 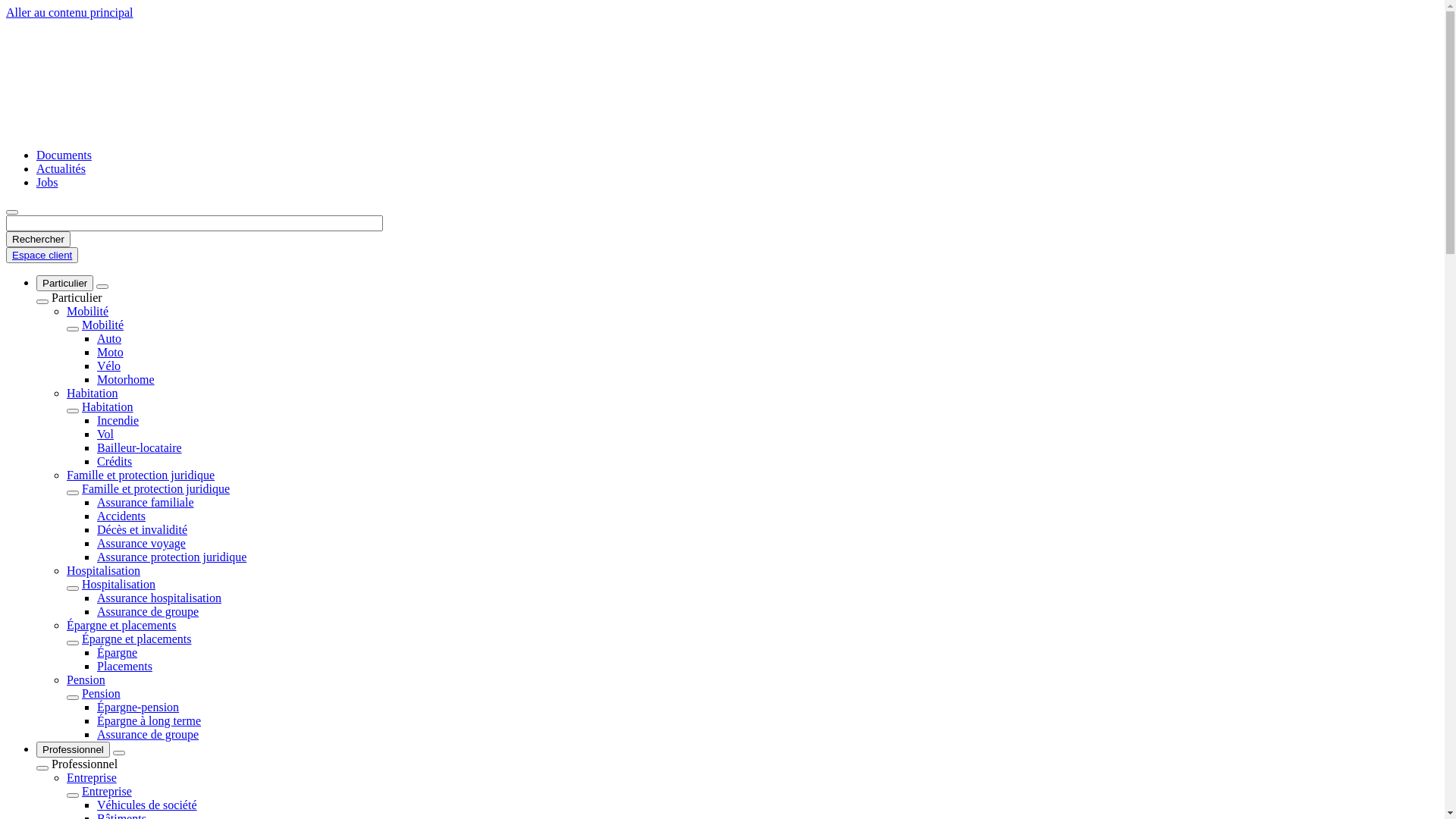 I want to click on 'Incendie', so click(x=117, y=420).